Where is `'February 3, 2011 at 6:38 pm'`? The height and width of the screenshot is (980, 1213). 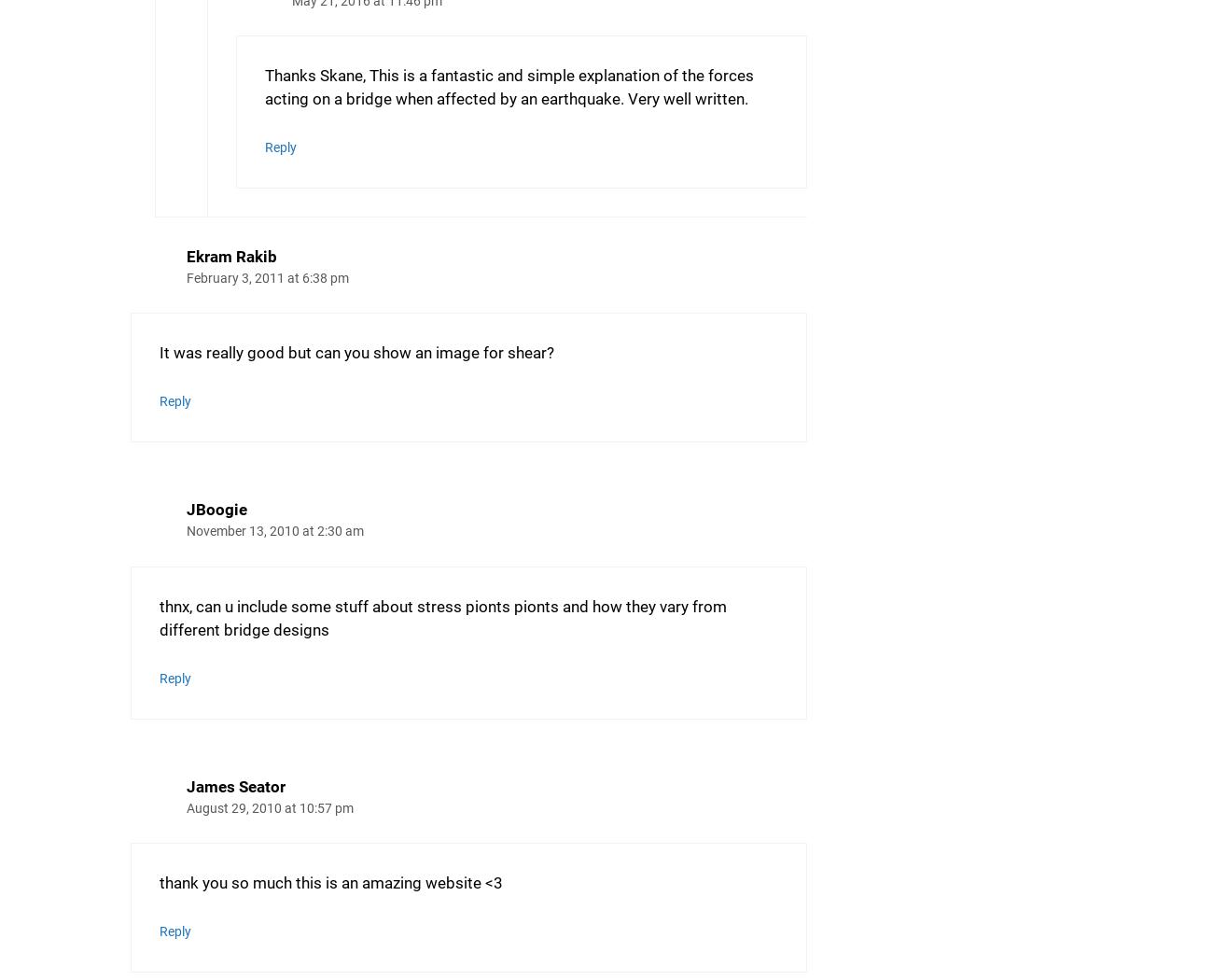
'February 3, 2011 at 6:38 pm' is located at coordinates (268, 277).